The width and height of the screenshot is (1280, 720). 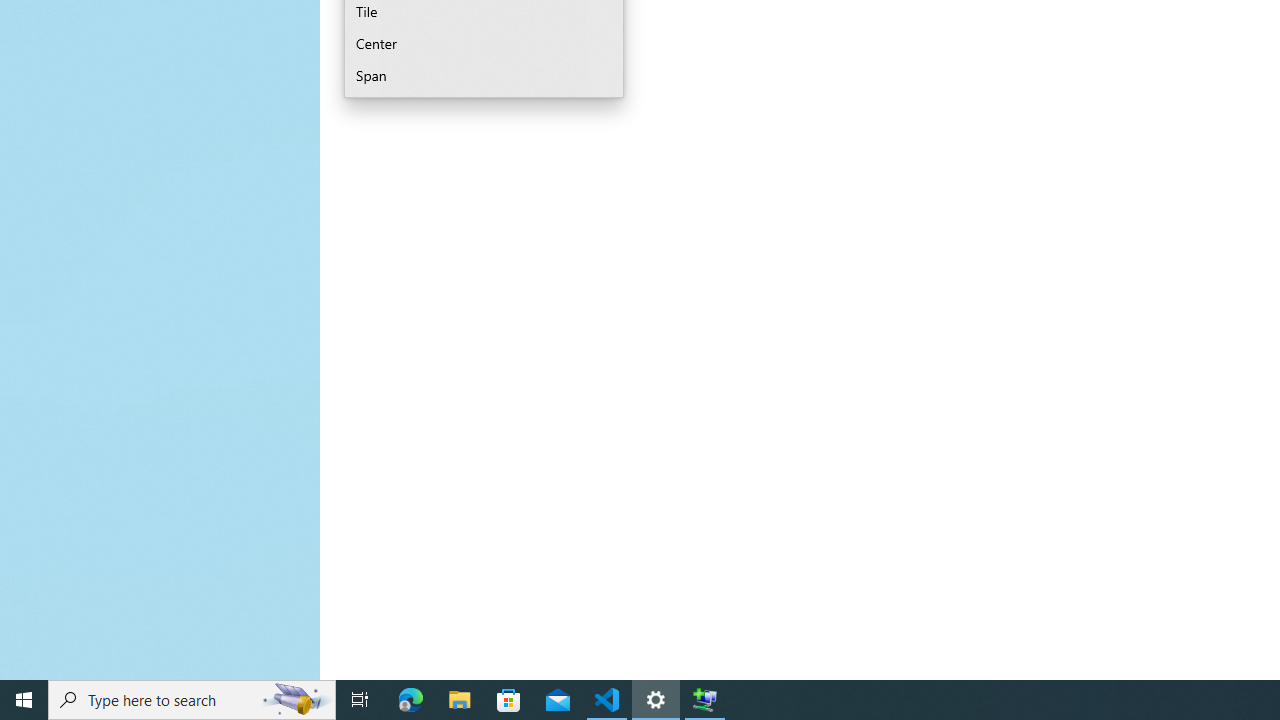 I want to click on 'Task View', so click(x=359, y=698).